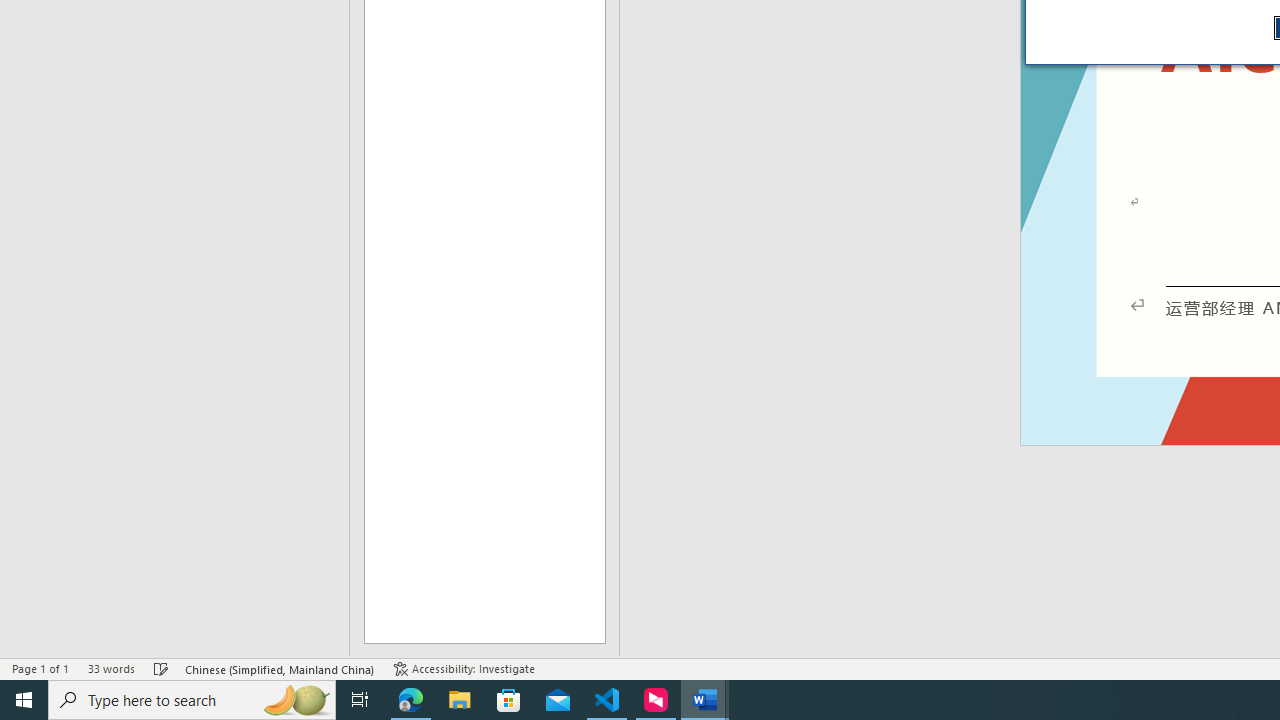 This screenshot has width=1280, height=720. What do you see at coordinates (279, 669) in the screenshot?
I see `'Language Chinese (Simplified, Mainland China)'` at bounding box center [279, 669].